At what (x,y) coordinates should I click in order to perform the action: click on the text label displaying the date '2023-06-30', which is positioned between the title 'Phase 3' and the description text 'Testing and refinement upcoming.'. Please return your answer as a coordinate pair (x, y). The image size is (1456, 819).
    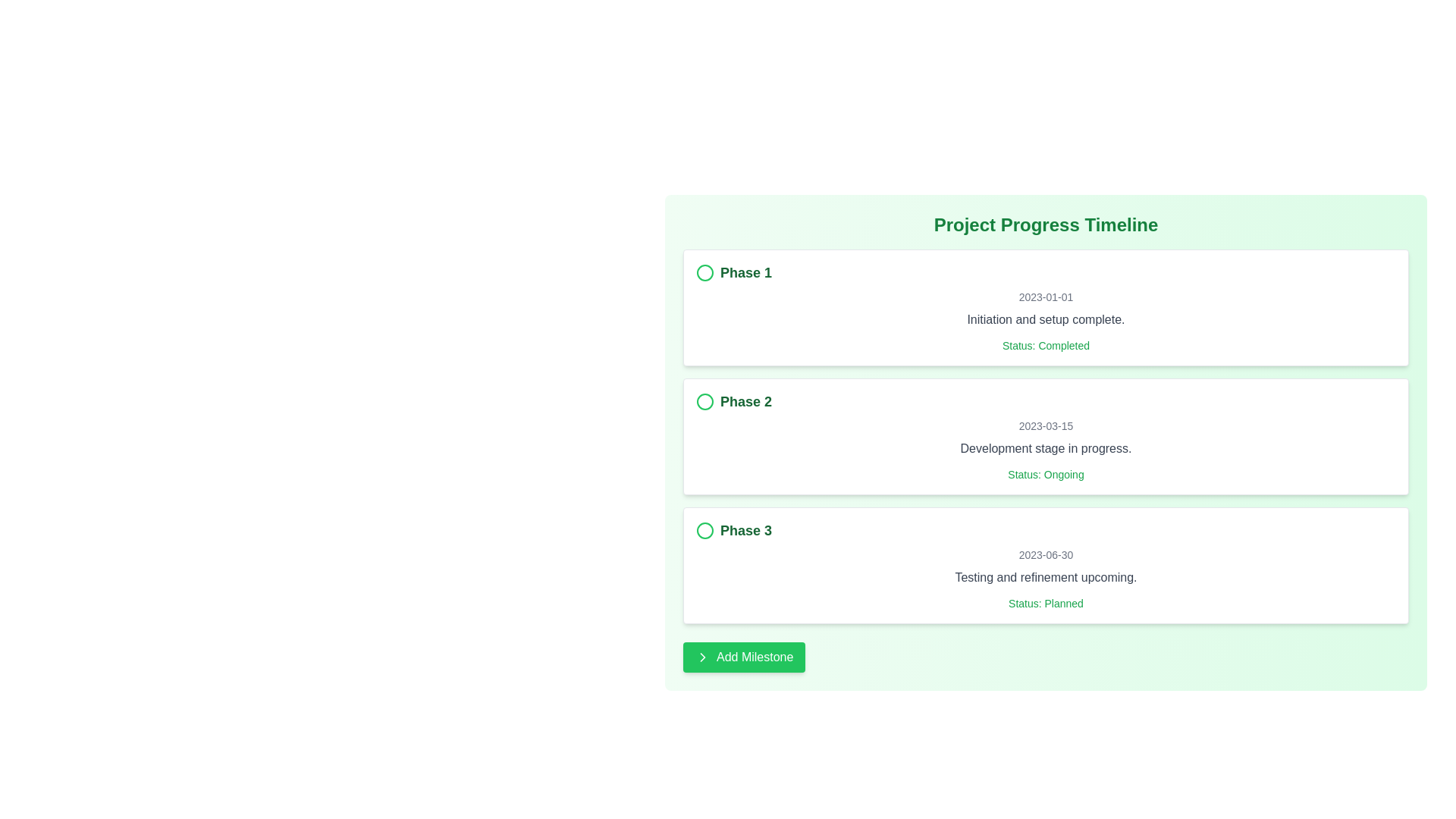
    Looking at the image, I should click on (1045, 555).